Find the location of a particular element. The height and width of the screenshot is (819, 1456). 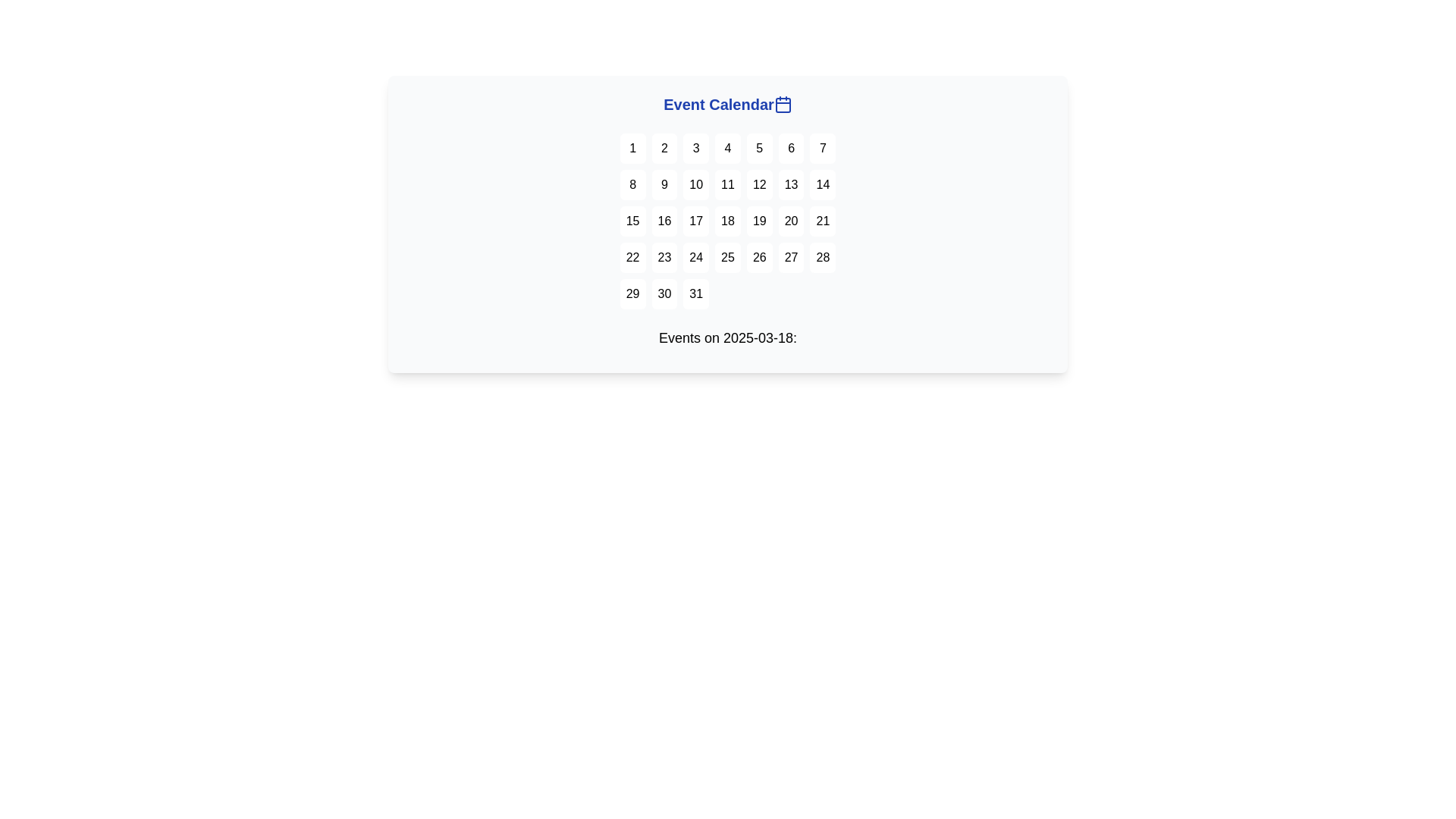

the square-shaped button with a white background and bold black text '13' is located at coordinates (790, 184).